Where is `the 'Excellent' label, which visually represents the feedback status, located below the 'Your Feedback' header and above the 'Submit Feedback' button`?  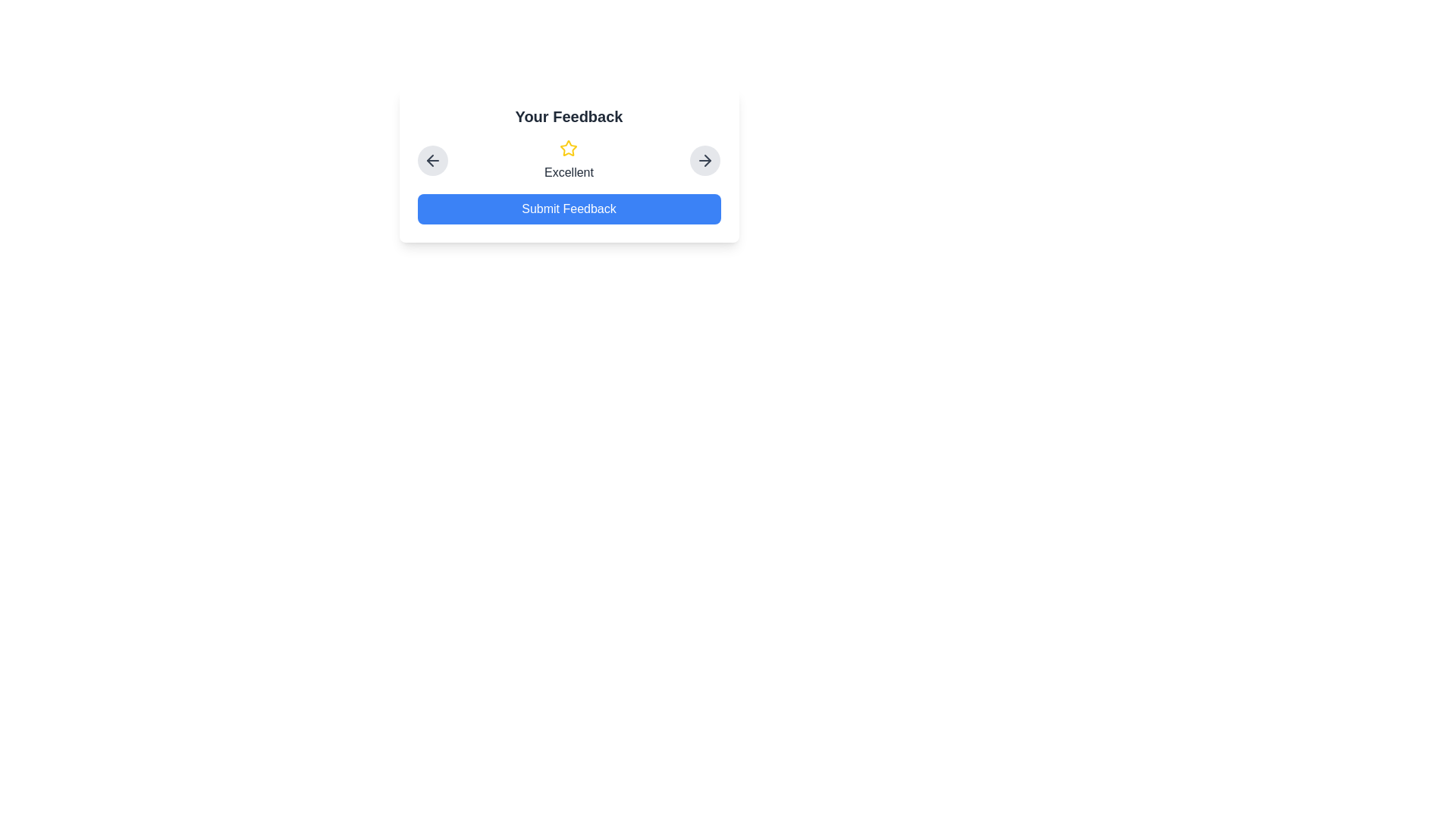 the 'Excellent' label, which visually represents the feedback status, located below the 'Your Feedback' header and above the 'Submit Feedback' button is located at coordinates (568, 161).